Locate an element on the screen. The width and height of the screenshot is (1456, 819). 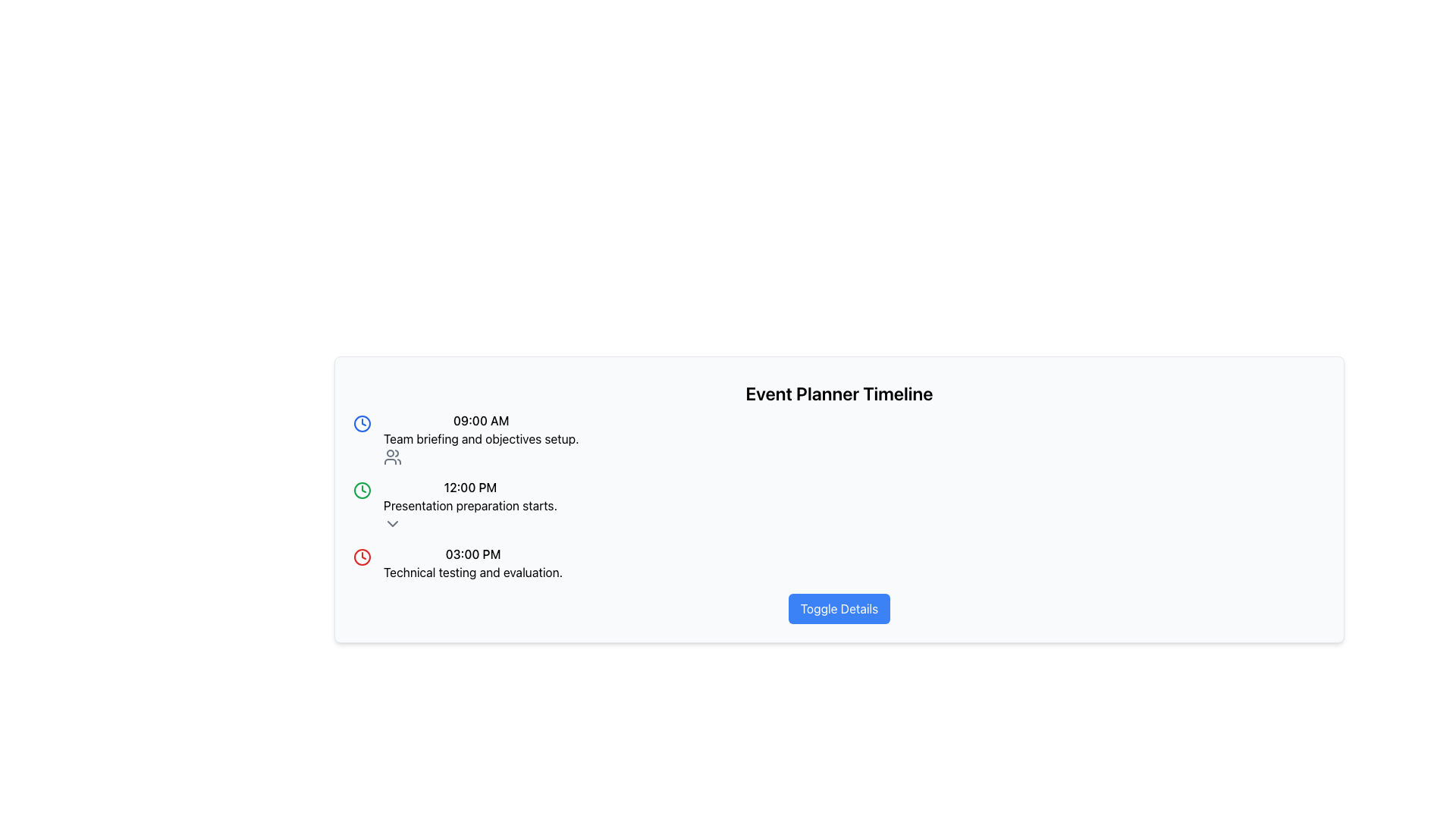
the visual representation of the circular outline that forms part of the clock icon indicating the 03:00 PM timeline entry in the timeline card is located at coordinates (362, 557).